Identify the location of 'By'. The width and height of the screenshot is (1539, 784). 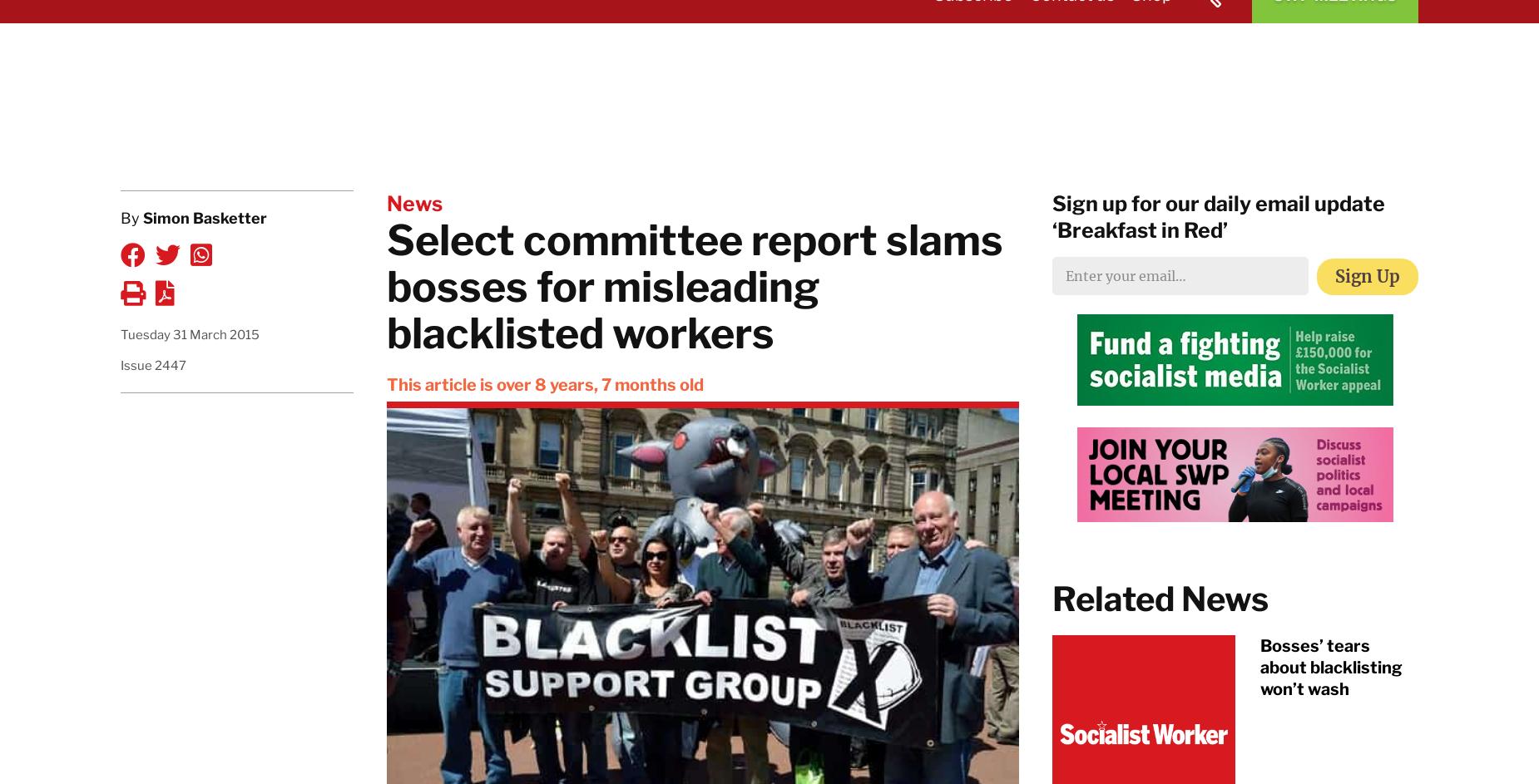
(131, 218).